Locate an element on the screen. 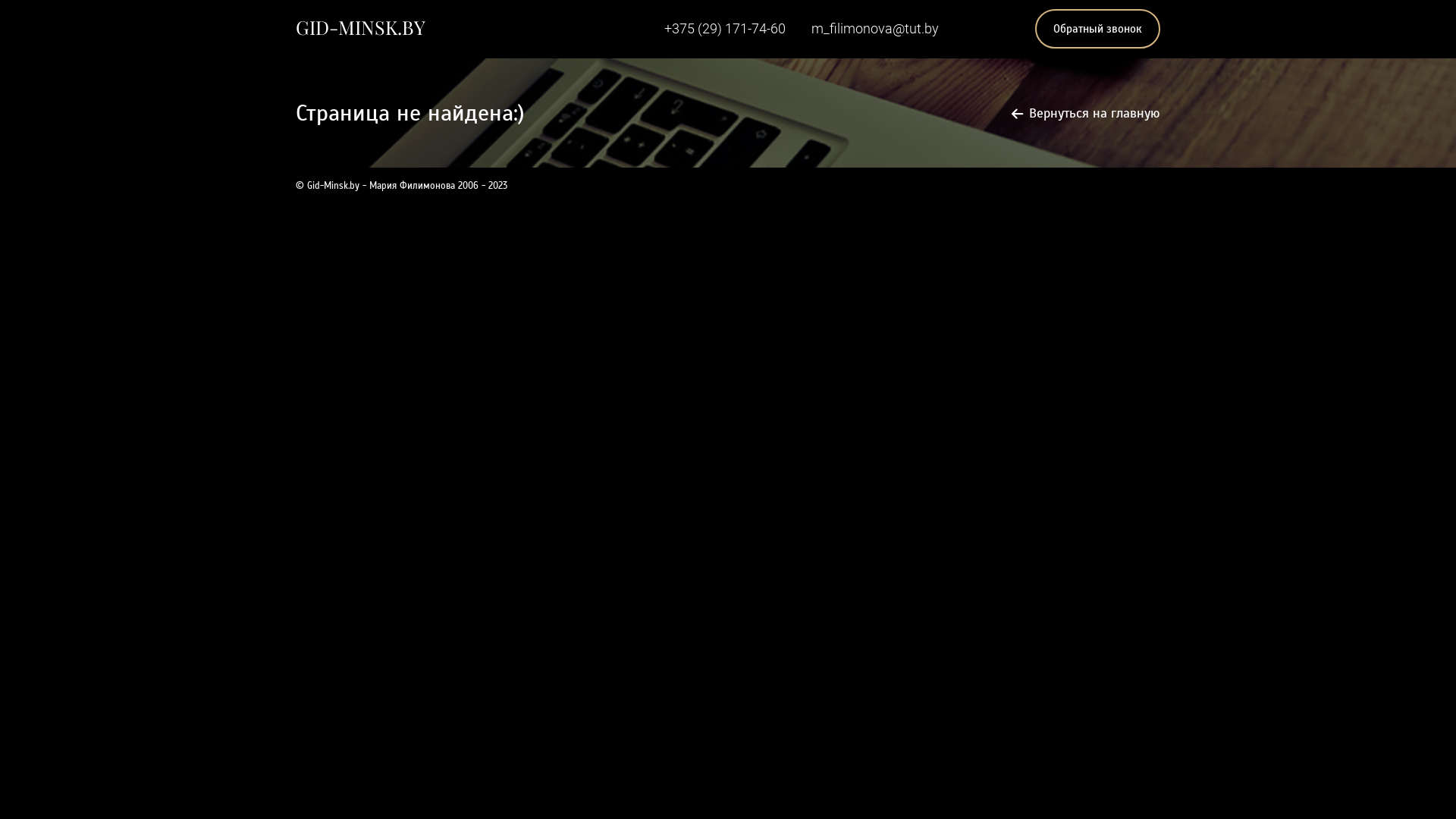 This screenshot has width=1456, height=819. 'GID-MINSK.BY' is located at coordinates (295, 27).